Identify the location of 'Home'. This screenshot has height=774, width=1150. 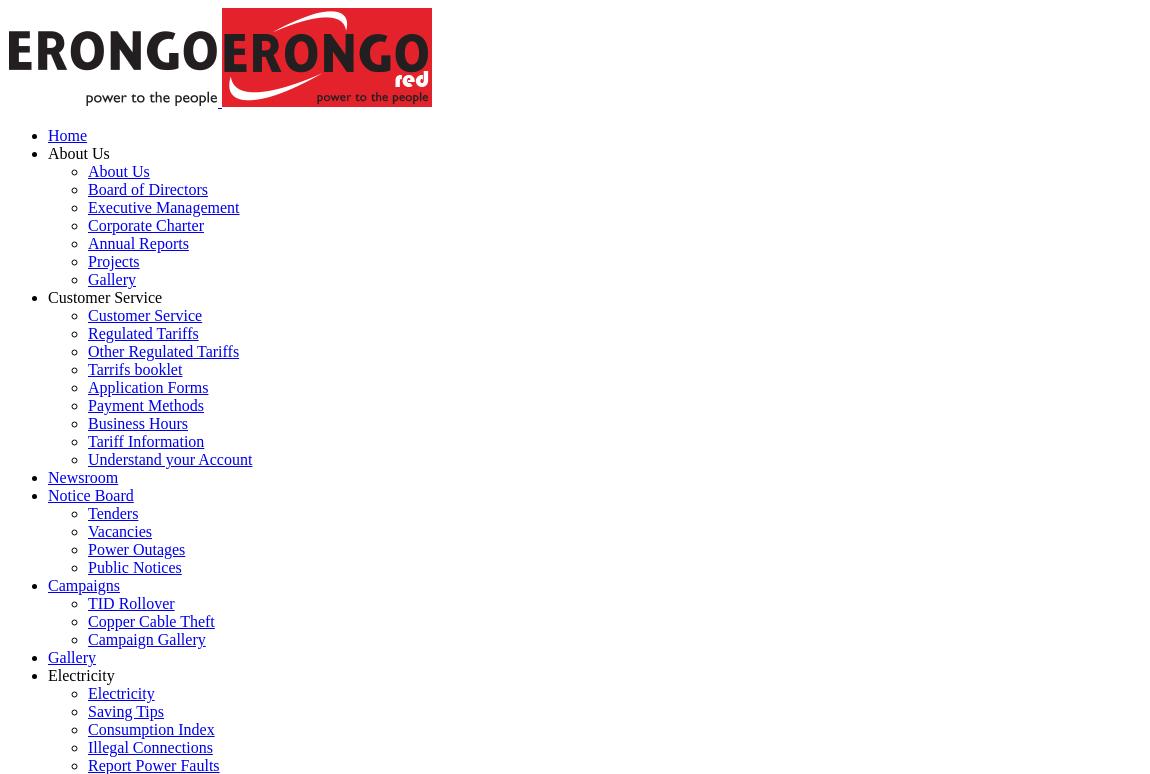
(66, 134).